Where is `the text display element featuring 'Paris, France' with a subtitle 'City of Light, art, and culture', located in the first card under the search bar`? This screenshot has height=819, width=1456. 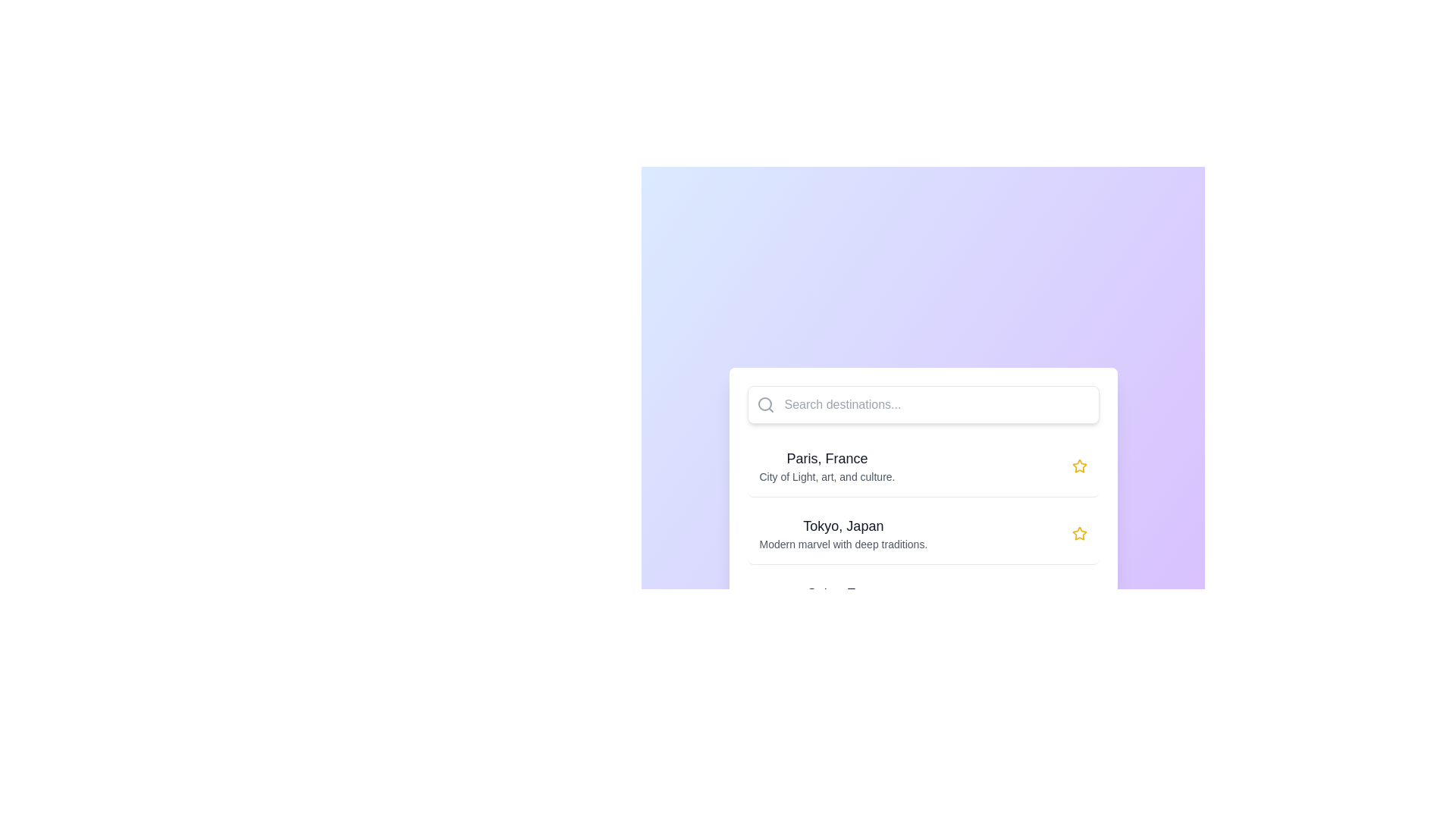 the text display element featuring 'Paris, France' with a subtitle 'City of Light, art, and culture', located in the first card under the search bar is located at coordinates (826, 465).